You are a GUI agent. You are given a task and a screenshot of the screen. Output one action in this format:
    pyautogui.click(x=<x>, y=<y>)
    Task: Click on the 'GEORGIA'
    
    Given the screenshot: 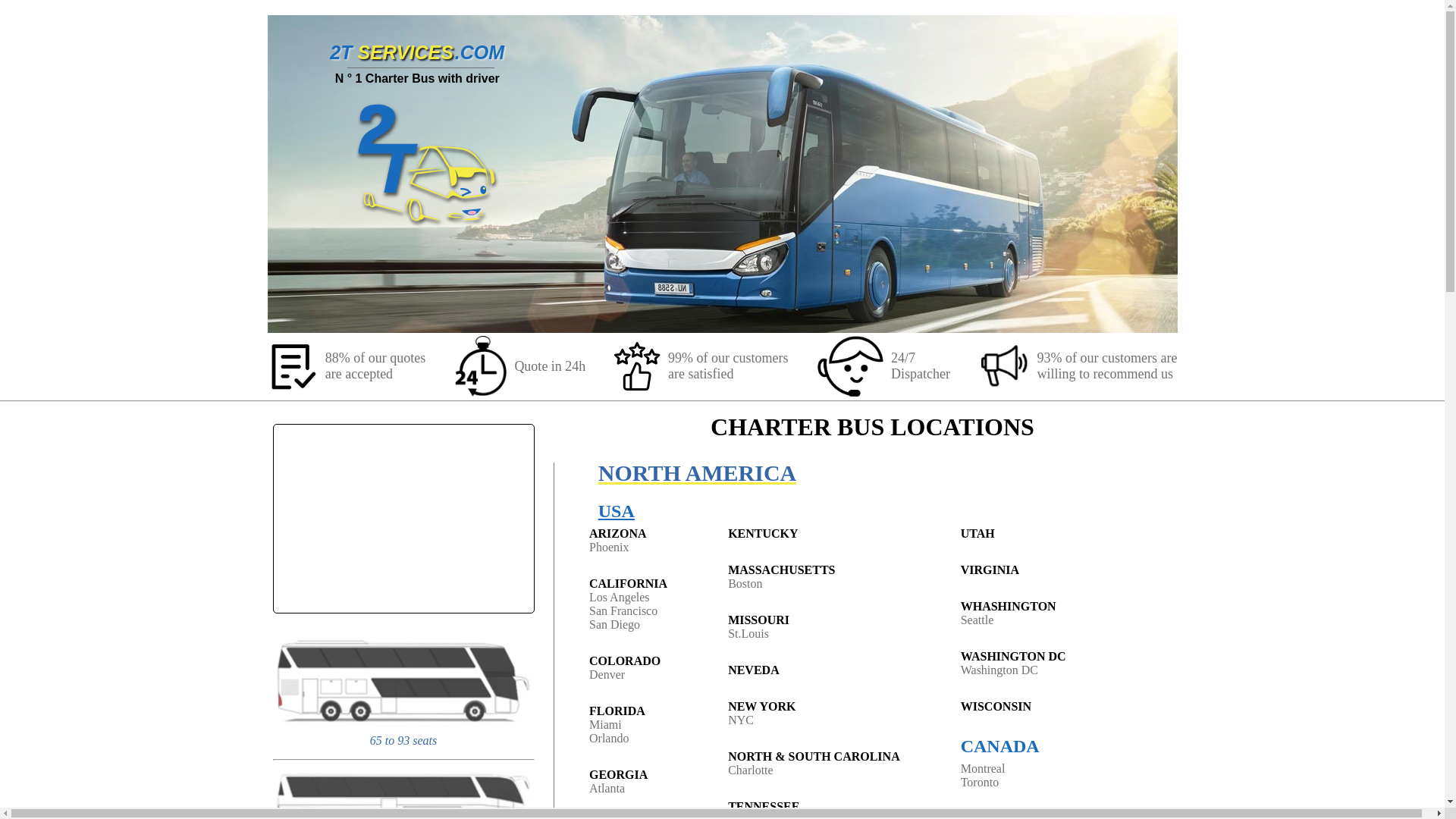 What is the action you would take?
    pyautogui.click(x=618, y=774)
    